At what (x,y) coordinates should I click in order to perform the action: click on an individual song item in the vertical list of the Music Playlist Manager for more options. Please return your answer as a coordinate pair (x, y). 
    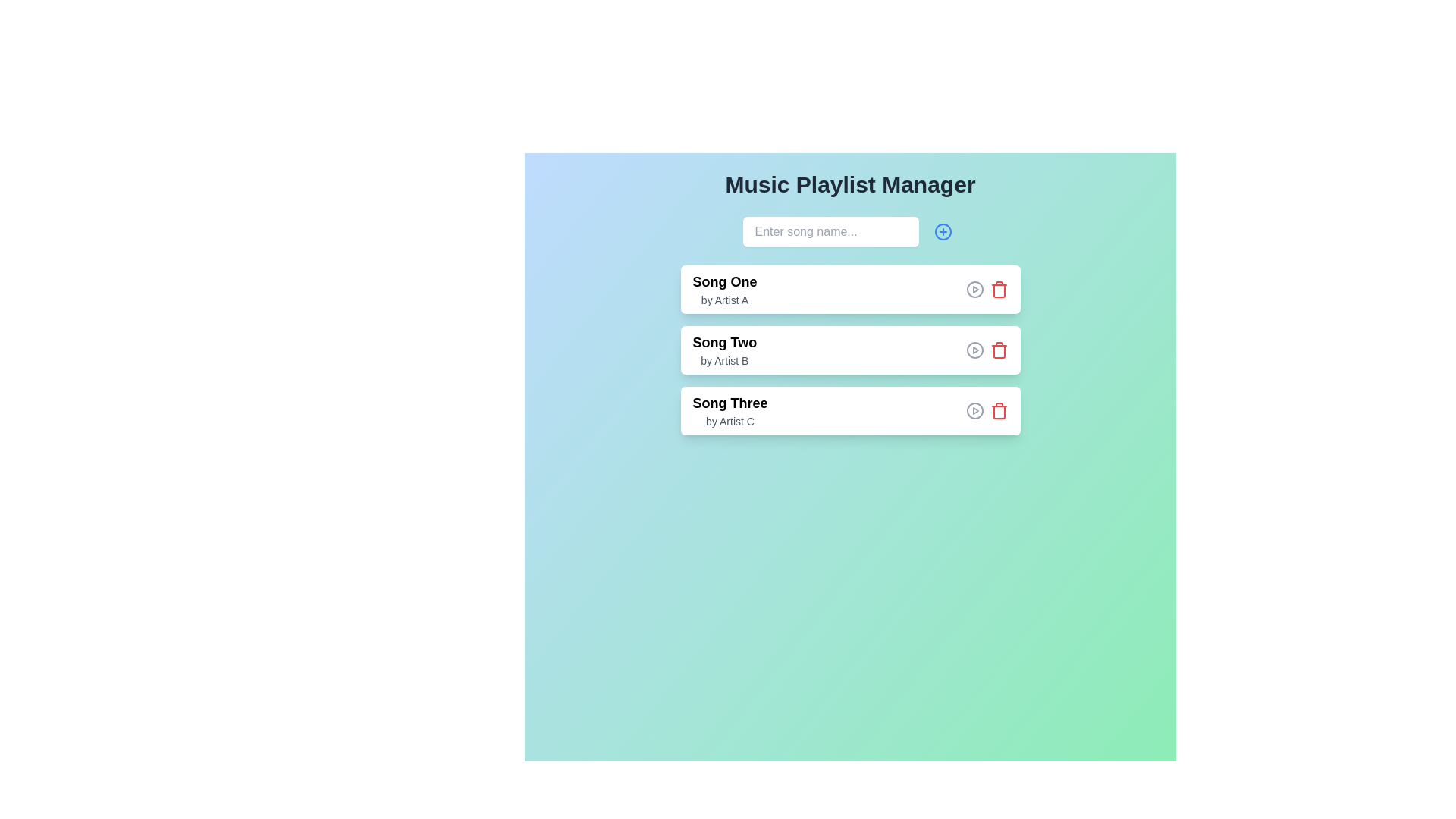
    Looking at the image, I should click on (850, 350).